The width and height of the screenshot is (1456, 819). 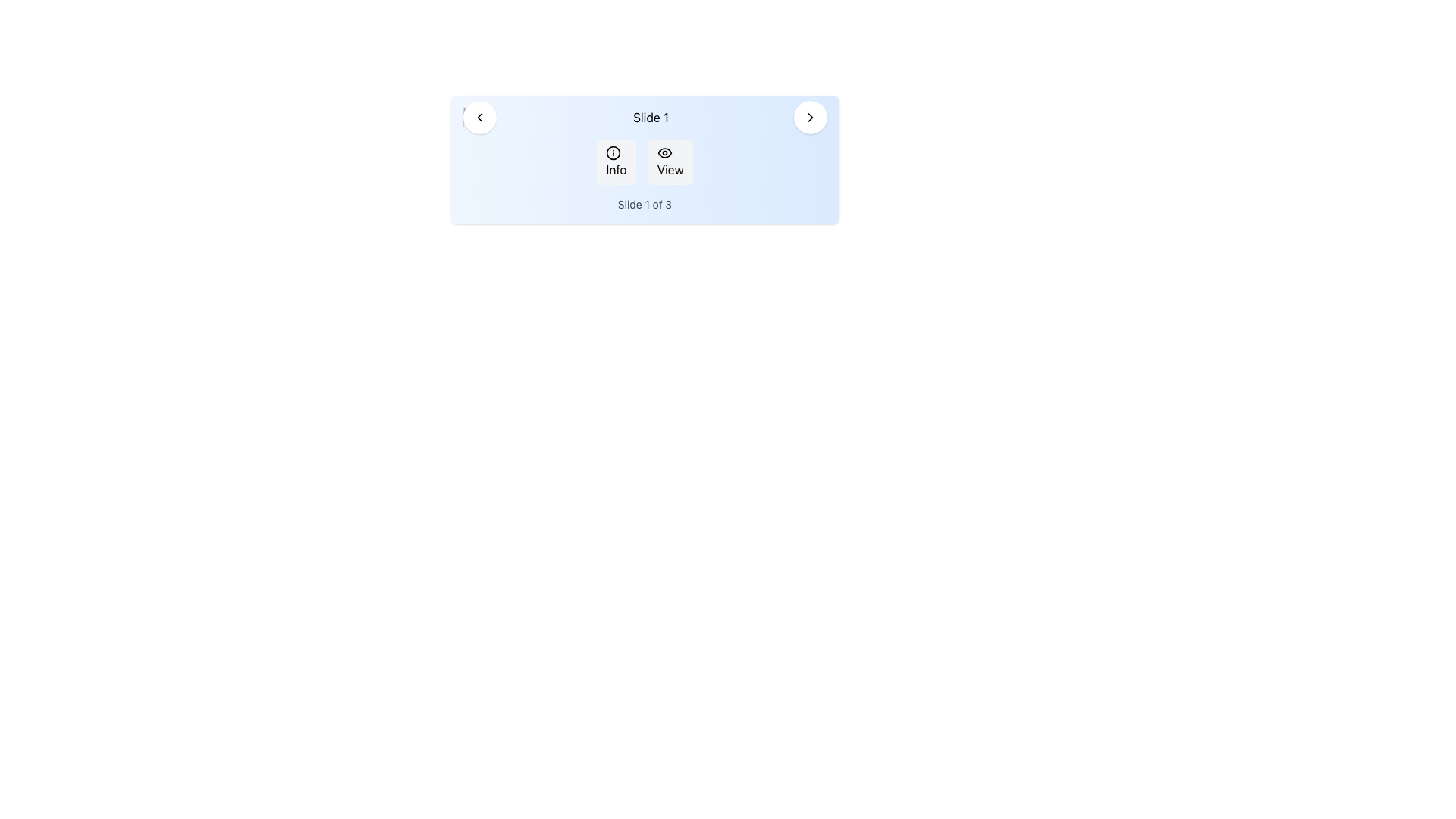 What do you see at coordinates (479, 116) in the screenshot?
I see `the left-pointing arrow icon within the circular button on the navigation bar` at bounding box center [479, 116].